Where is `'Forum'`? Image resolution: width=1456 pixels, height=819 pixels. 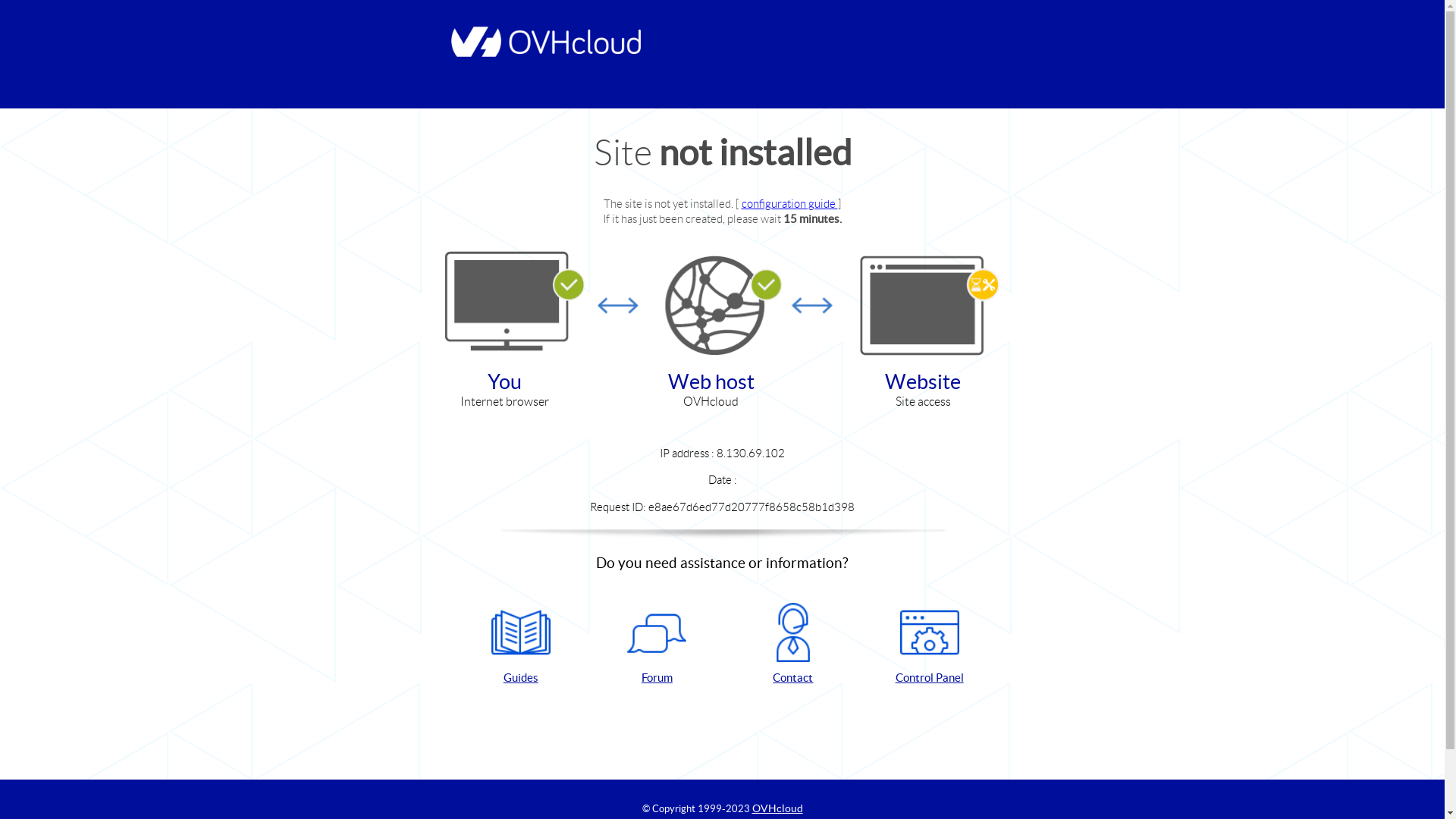 'Forum' is located at coordinates (595, 644).